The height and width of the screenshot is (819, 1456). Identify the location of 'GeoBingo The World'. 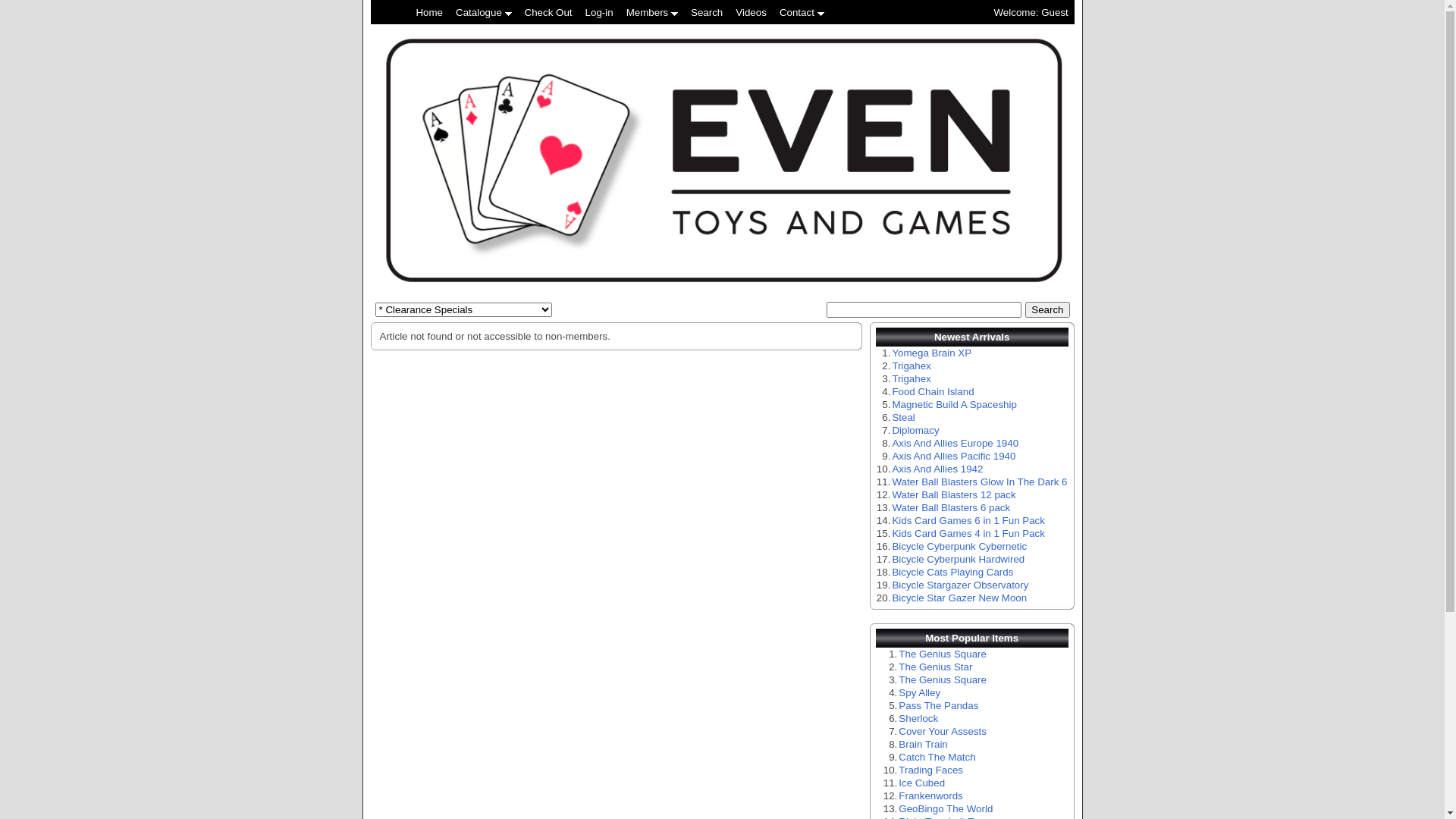
(945, 808).